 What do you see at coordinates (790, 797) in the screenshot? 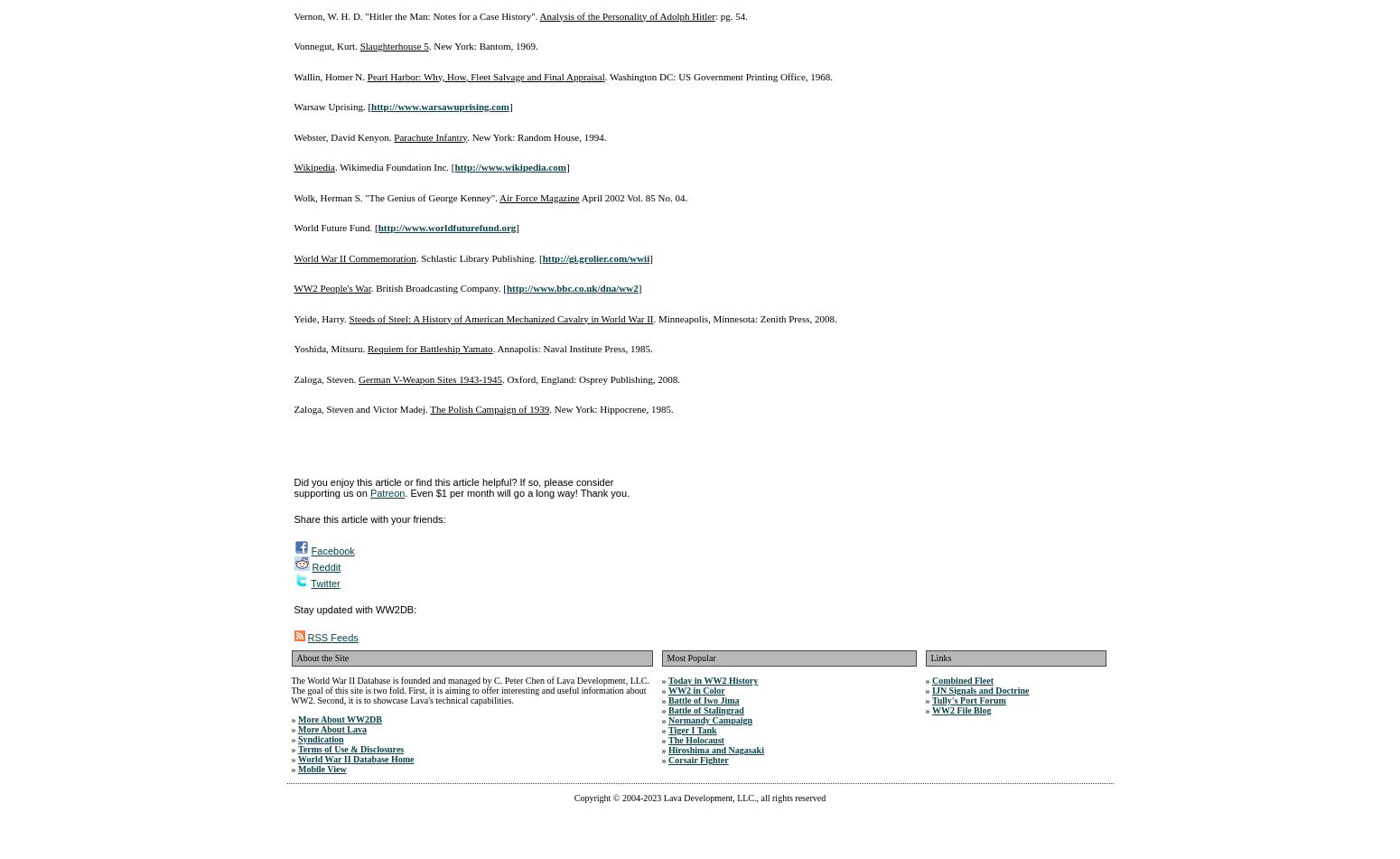
I see `', all rights reserved'` at bounding box center [790, 797].